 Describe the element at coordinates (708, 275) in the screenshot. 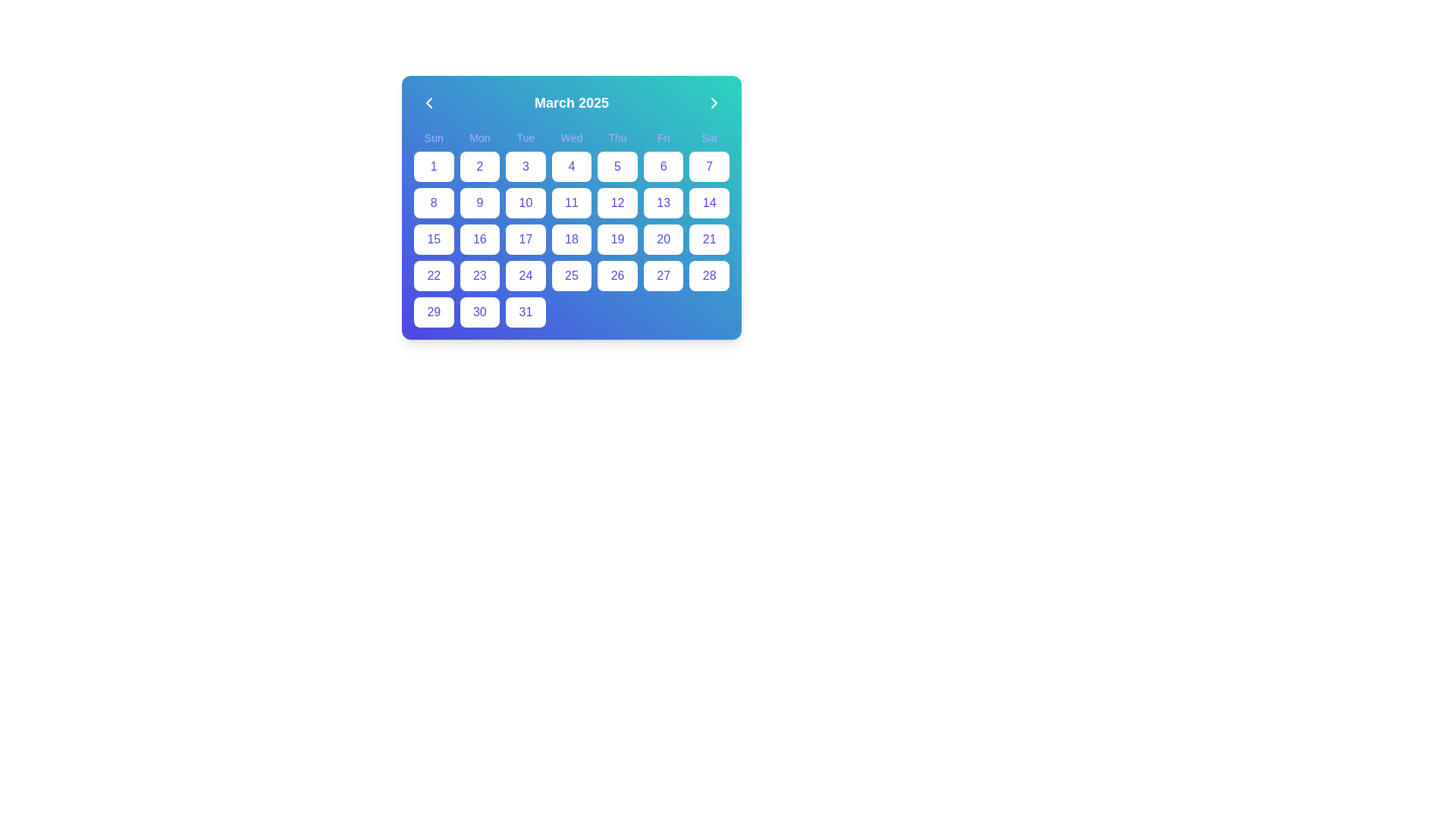

I see `the button displaying the number '28' in bold indigo text, located in the final column of the fifth row under the 'Sat' header, for keyboard interaction` at that location.